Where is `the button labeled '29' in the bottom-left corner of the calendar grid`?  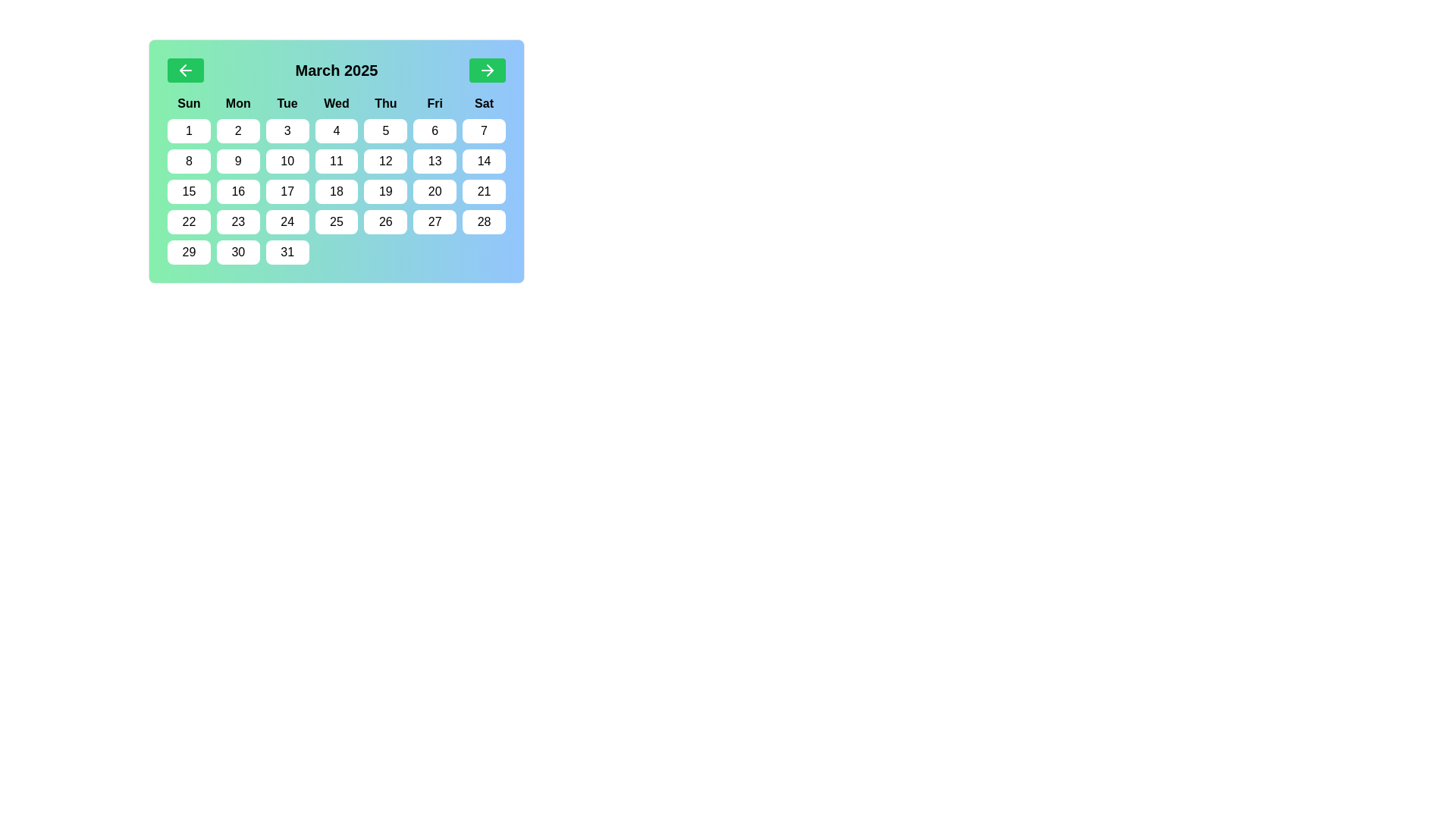 the button labeled '29' in the bottom-left corner of the calendar grid is located at coordinates (188, 251).